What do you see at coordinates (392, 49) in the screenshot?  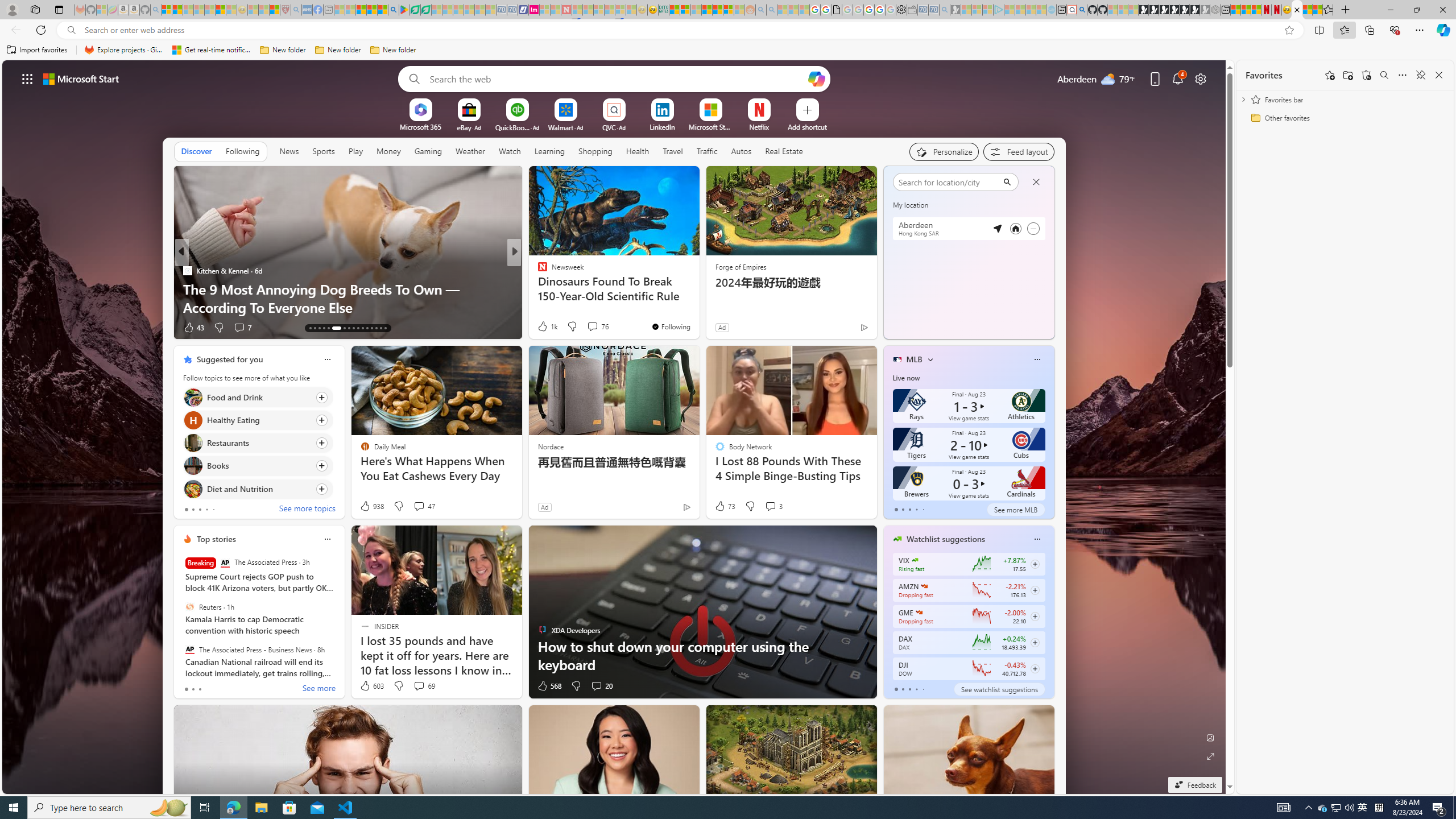 I see `'New folder'` at bounding box center [392, 49].